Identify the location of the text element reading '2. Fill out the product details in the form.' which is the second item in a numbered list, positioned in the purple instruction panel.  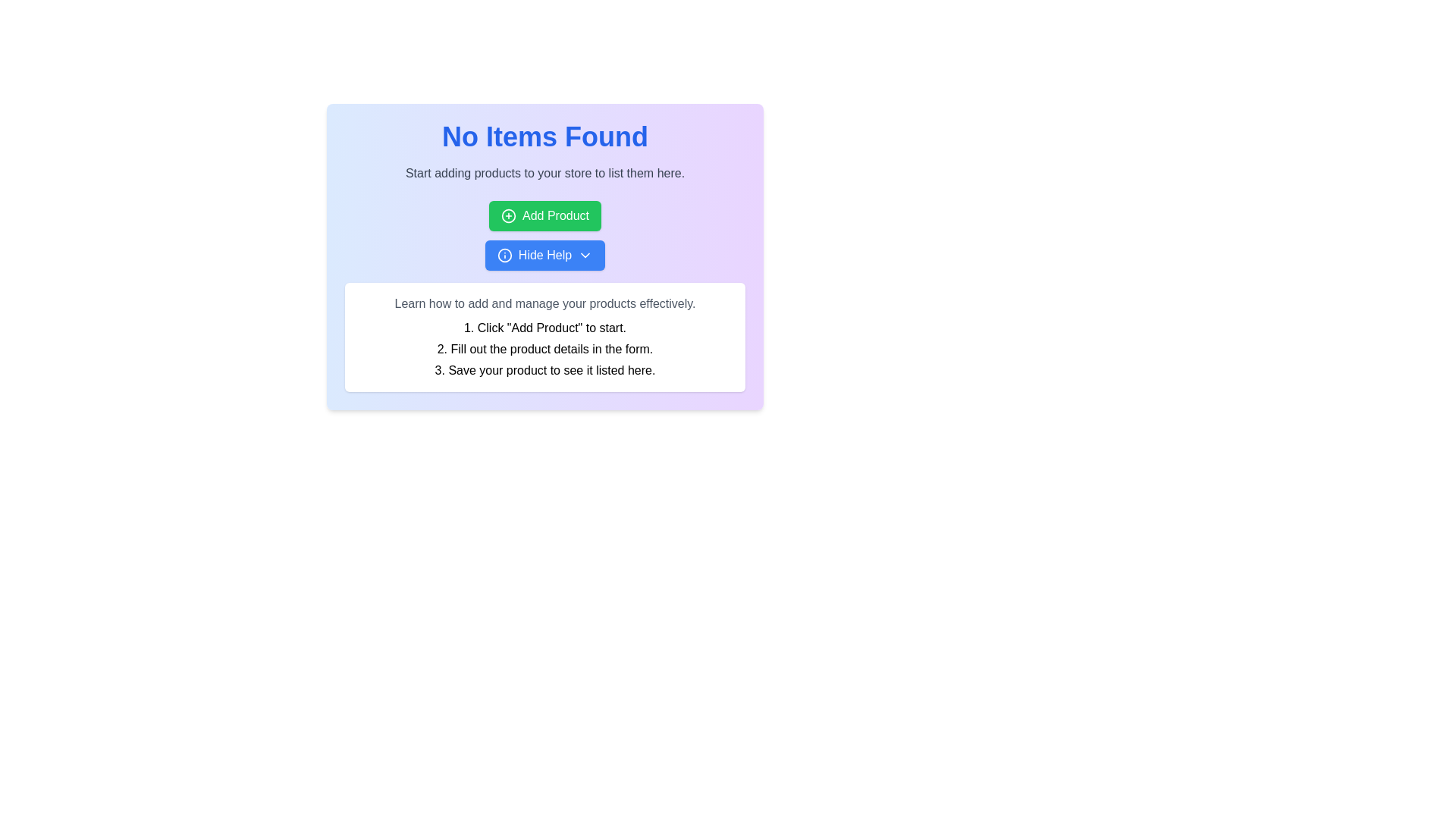
(545, 350).